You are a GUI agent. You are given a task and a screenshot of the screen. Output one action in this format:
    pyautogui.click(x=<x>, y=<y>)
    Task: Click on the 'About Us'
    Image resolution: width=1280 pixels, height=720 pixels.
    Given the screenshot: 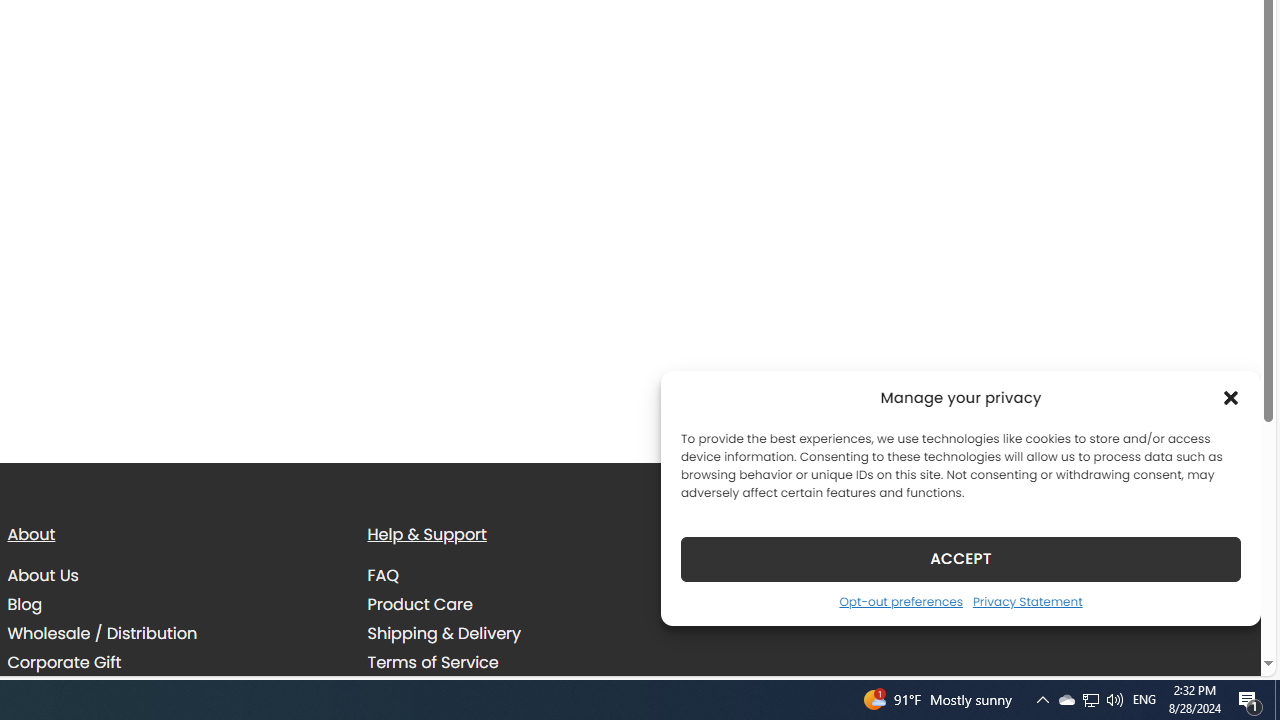 What is the action you would take?
    pyautogui.click(x=42, y=576)
    